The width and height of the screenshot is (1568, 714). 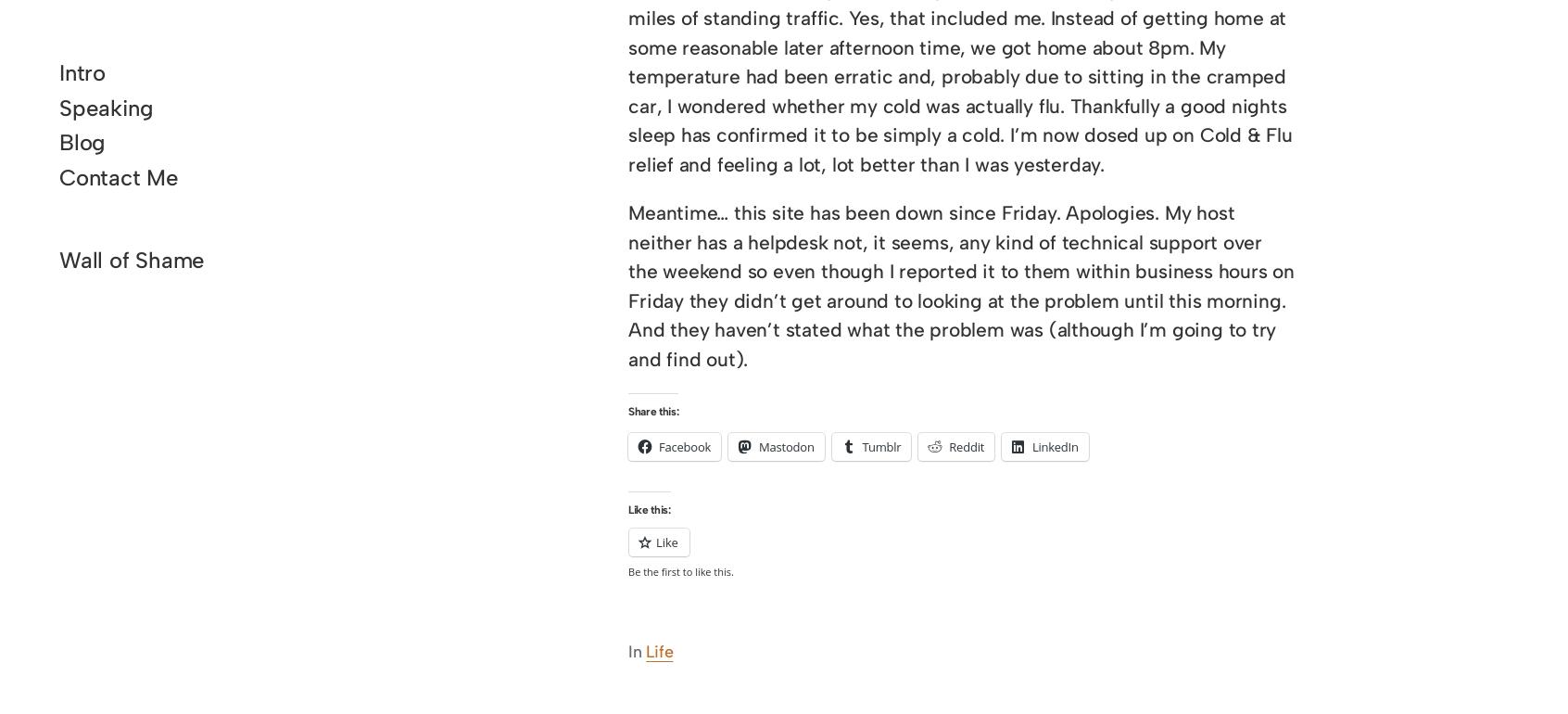 What do you see at coordinates (57, 72) in the screenshot?
I see `'Intro'` at bounding box center [57, 72].